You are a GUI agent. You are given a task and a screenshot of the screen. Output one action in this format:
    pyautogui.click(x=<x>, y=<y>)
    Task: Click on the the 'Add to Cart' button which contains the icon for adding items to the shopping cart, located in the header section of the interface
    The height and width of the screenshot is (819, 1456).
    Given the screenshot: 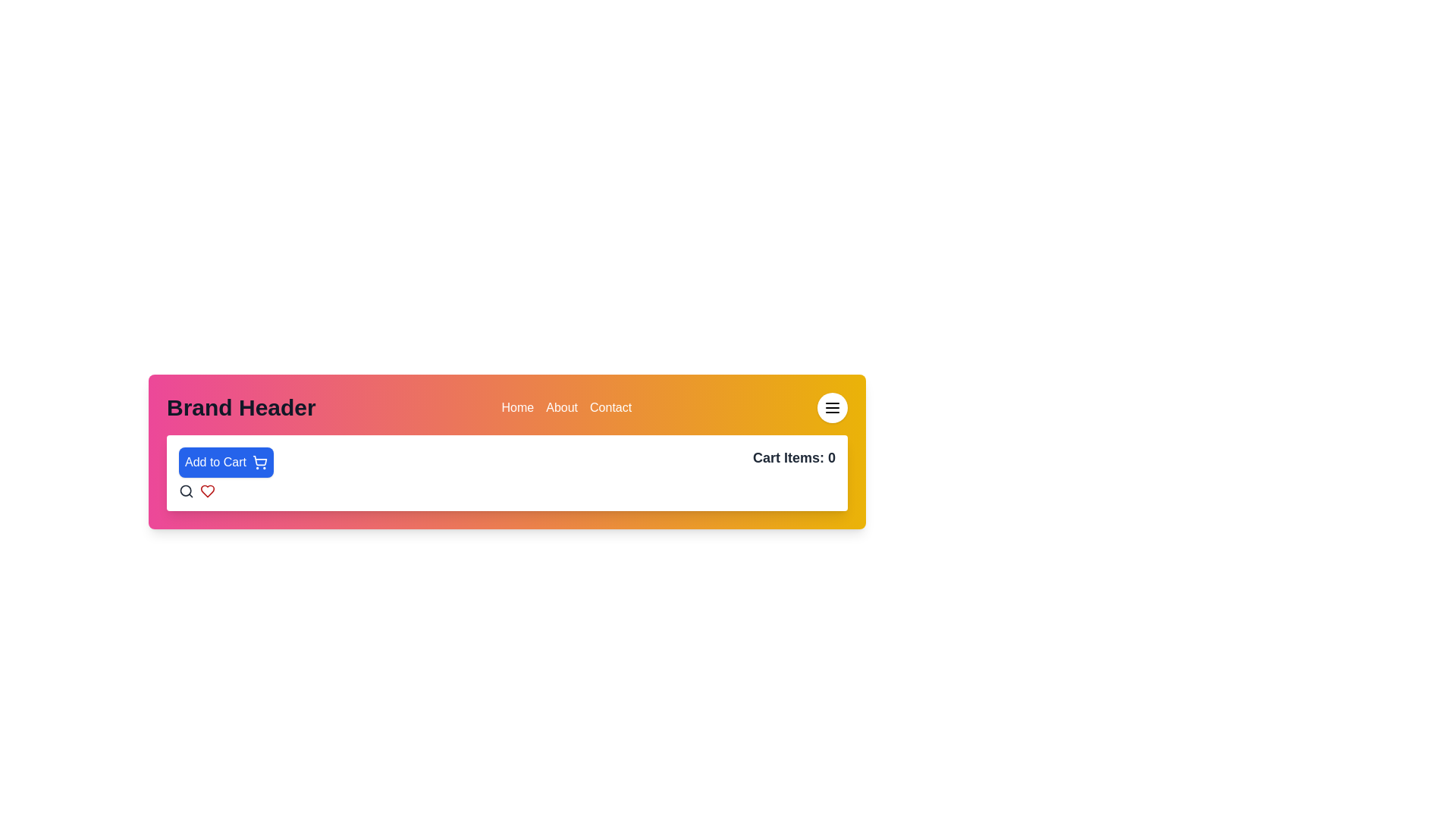 What is the action you would take?
    pyautogui.click(x=259, y=461)
    